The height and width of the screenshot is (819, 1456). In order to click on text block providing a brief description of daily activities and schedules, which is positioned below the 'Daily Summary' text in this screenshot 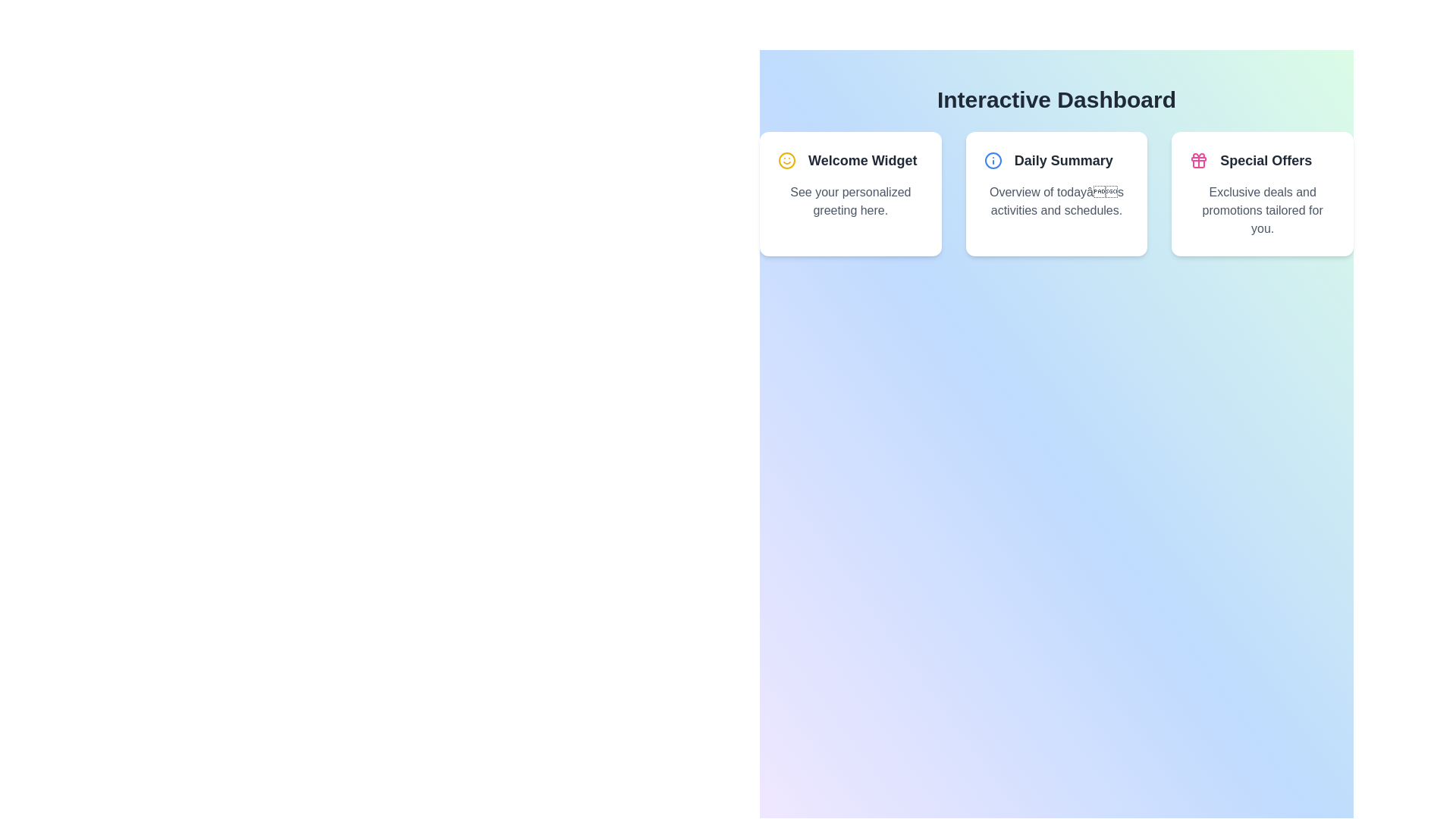, I will do `click(1056, 201)`.